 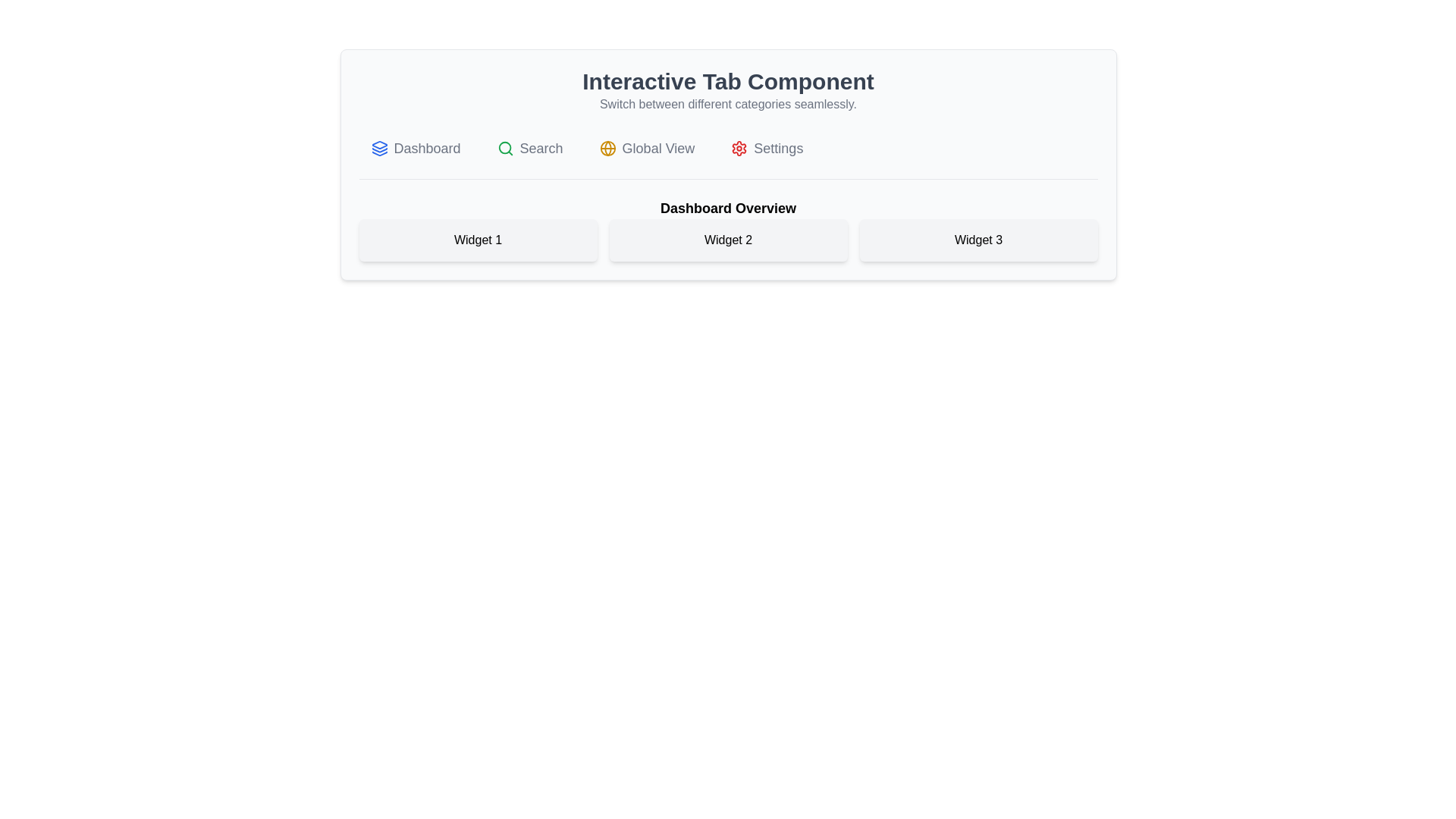 What do you see at coordinates (978, 239) in the screenshot?
I see `the third static display component in a horizontal row of three widgets, which provides information in a grid layout` at bounding box center [978, 239].